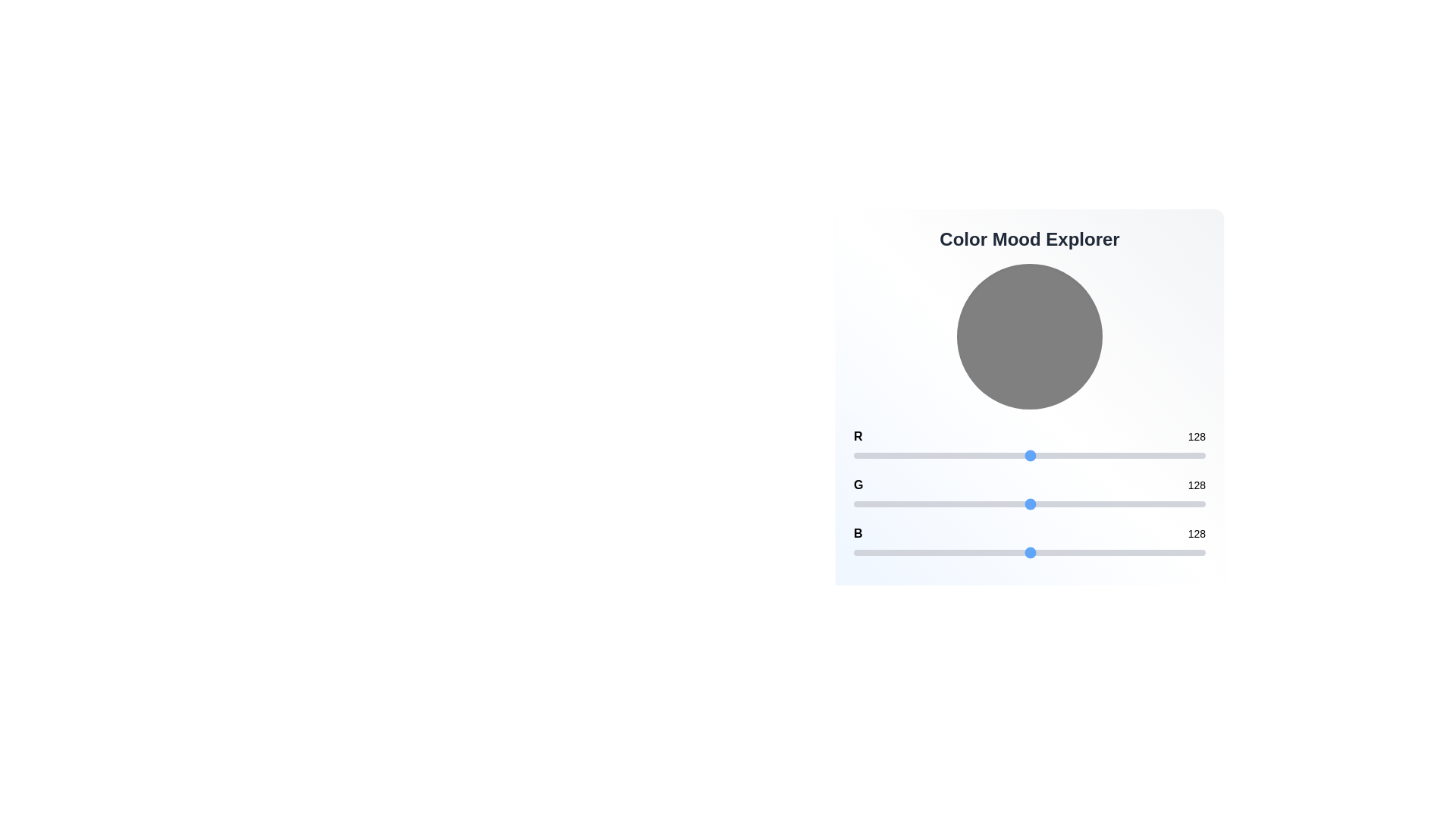  Describe the element at coordinates (1009, 455) in the screenshot. I see `the 0 slider to set its value to 113` at that location.